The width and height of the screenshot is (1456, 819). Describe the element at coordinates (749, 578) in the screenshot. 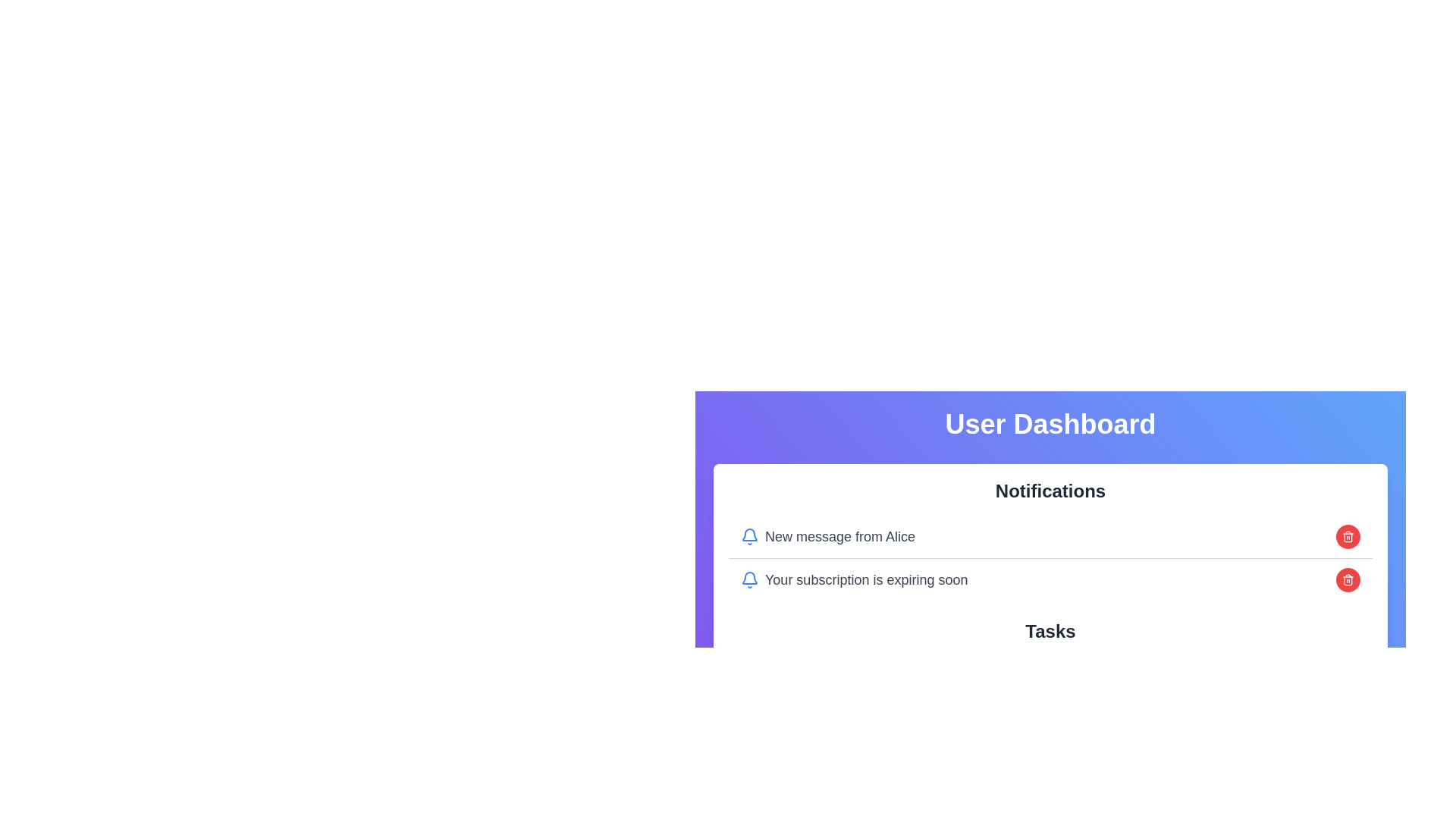

I see `the decorative bell icon in the notifications section, which is styled as an outlined graphic and indicates that your subscription is expiring soon` at that location.